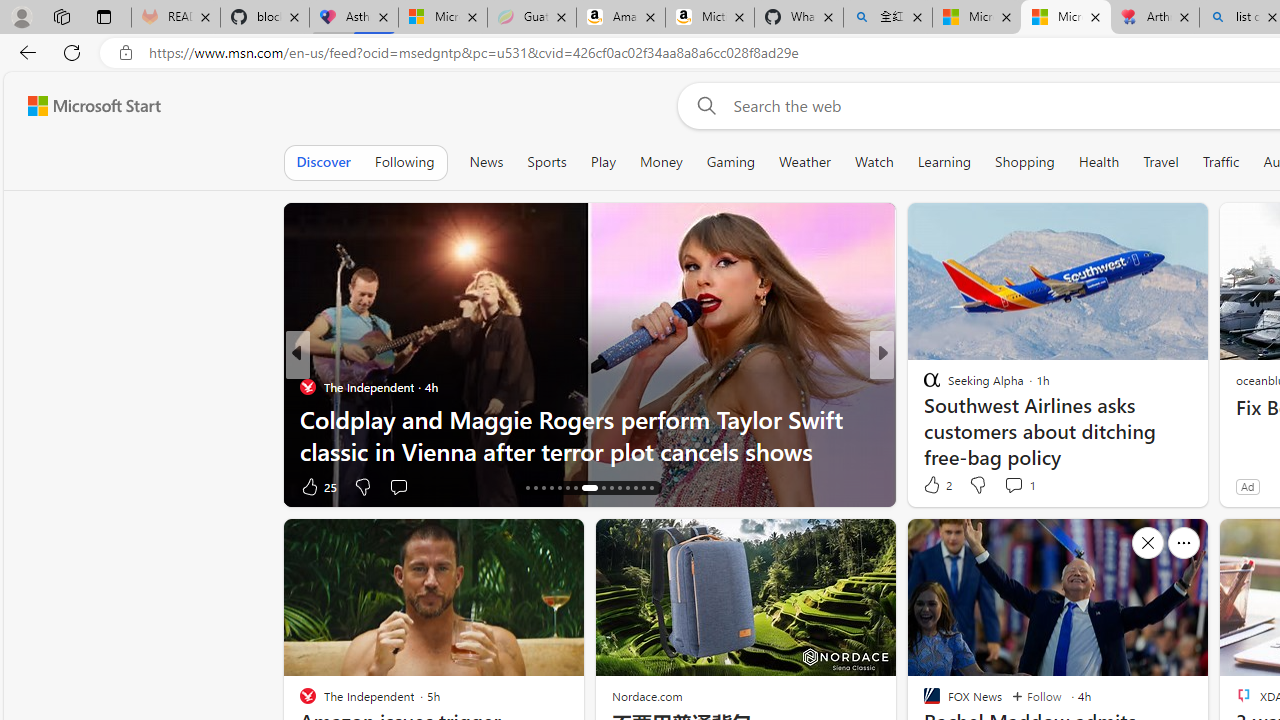  What do you see at coordinates (543, 488) in the screenshot?
I see `'AutomationID: tab-18'` at bounding box center [543, 488].